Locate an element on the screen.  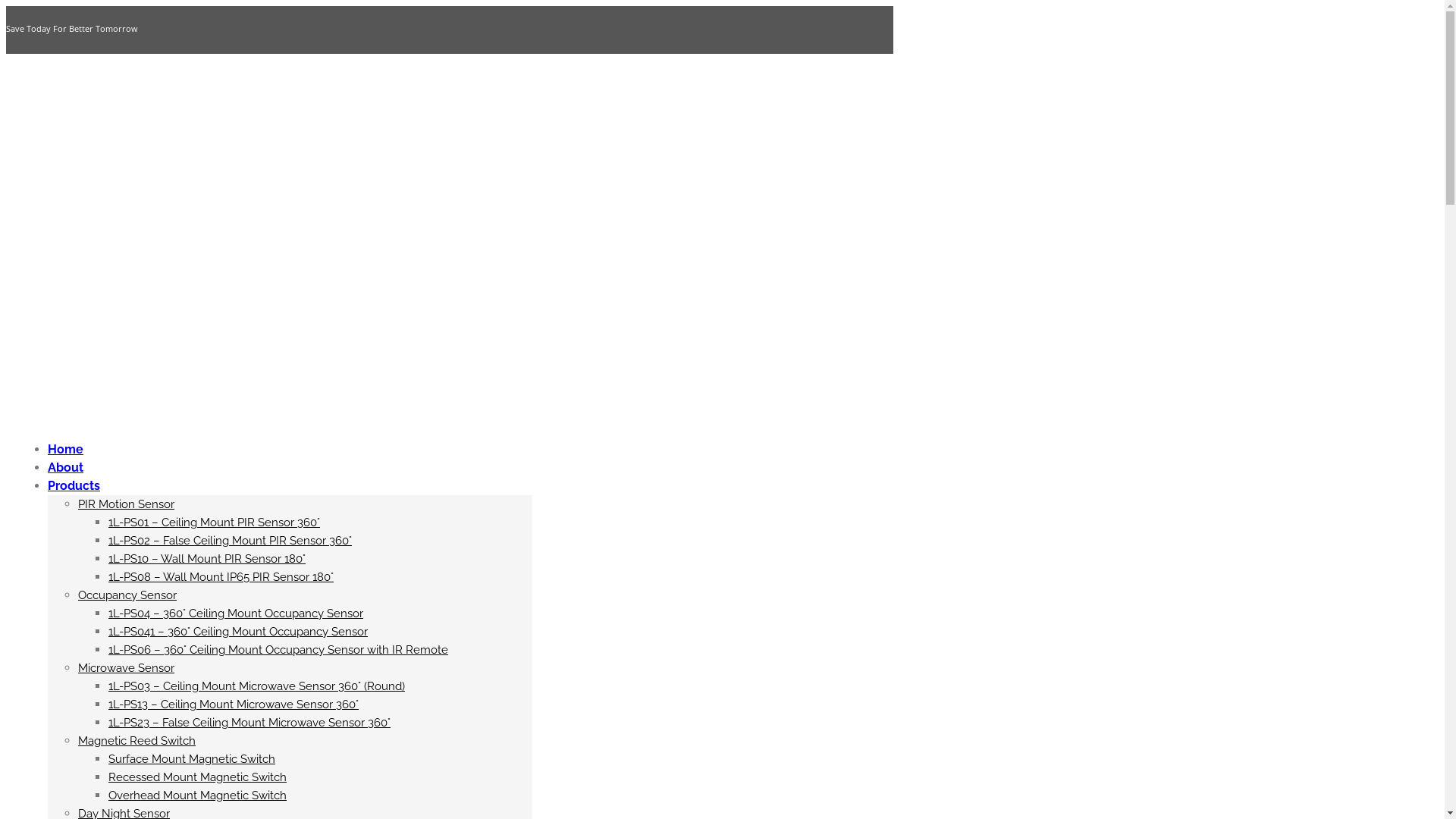
'Overhead Mount Magnetic Switch' is located at coordinates (196, 795).